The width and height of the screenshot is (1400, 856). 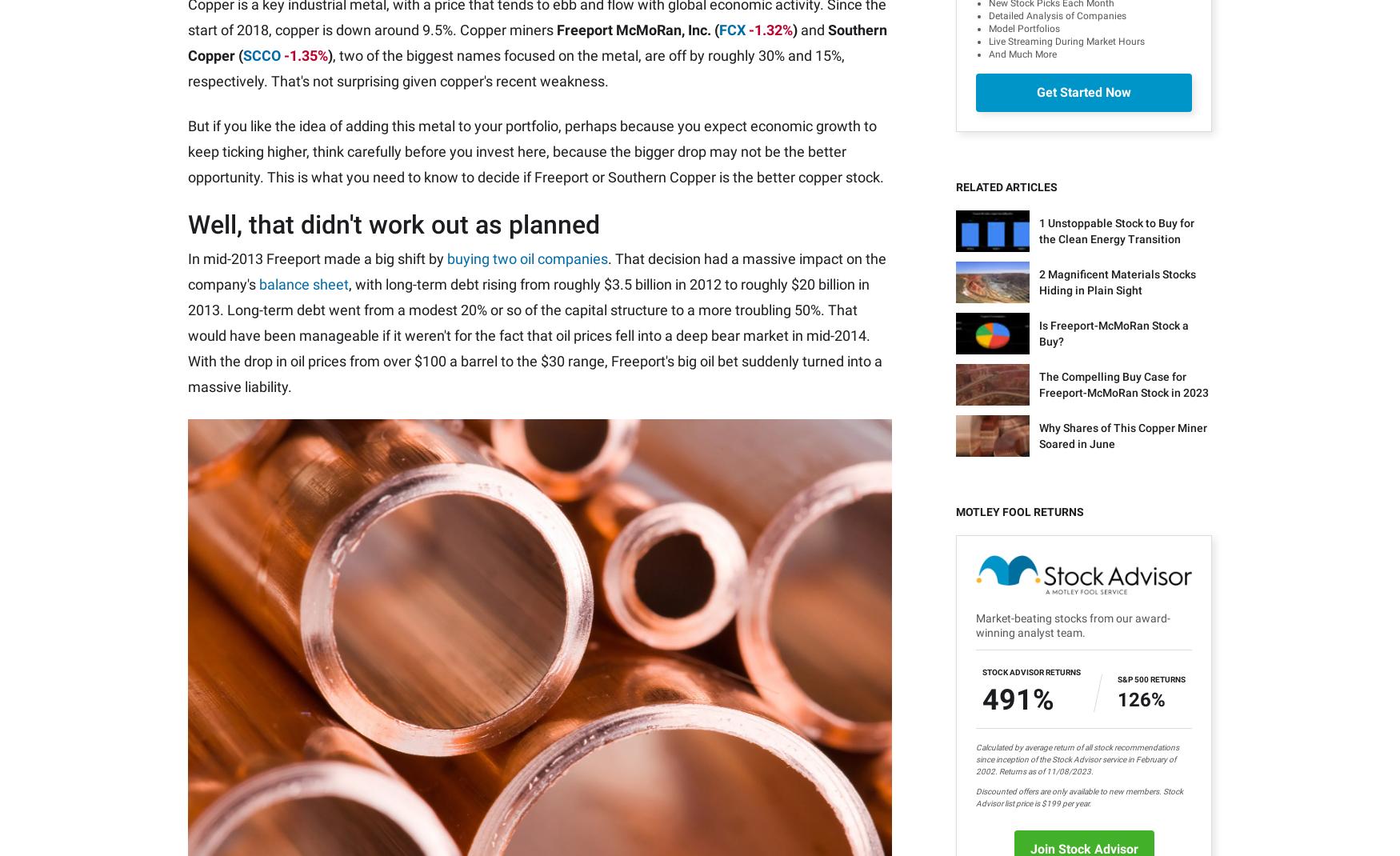 What do you see at coordinates (738, 827) in the screenshot?
I see `'Copyright, Trademark and Patent Information'` at bounding box center [738, 827].